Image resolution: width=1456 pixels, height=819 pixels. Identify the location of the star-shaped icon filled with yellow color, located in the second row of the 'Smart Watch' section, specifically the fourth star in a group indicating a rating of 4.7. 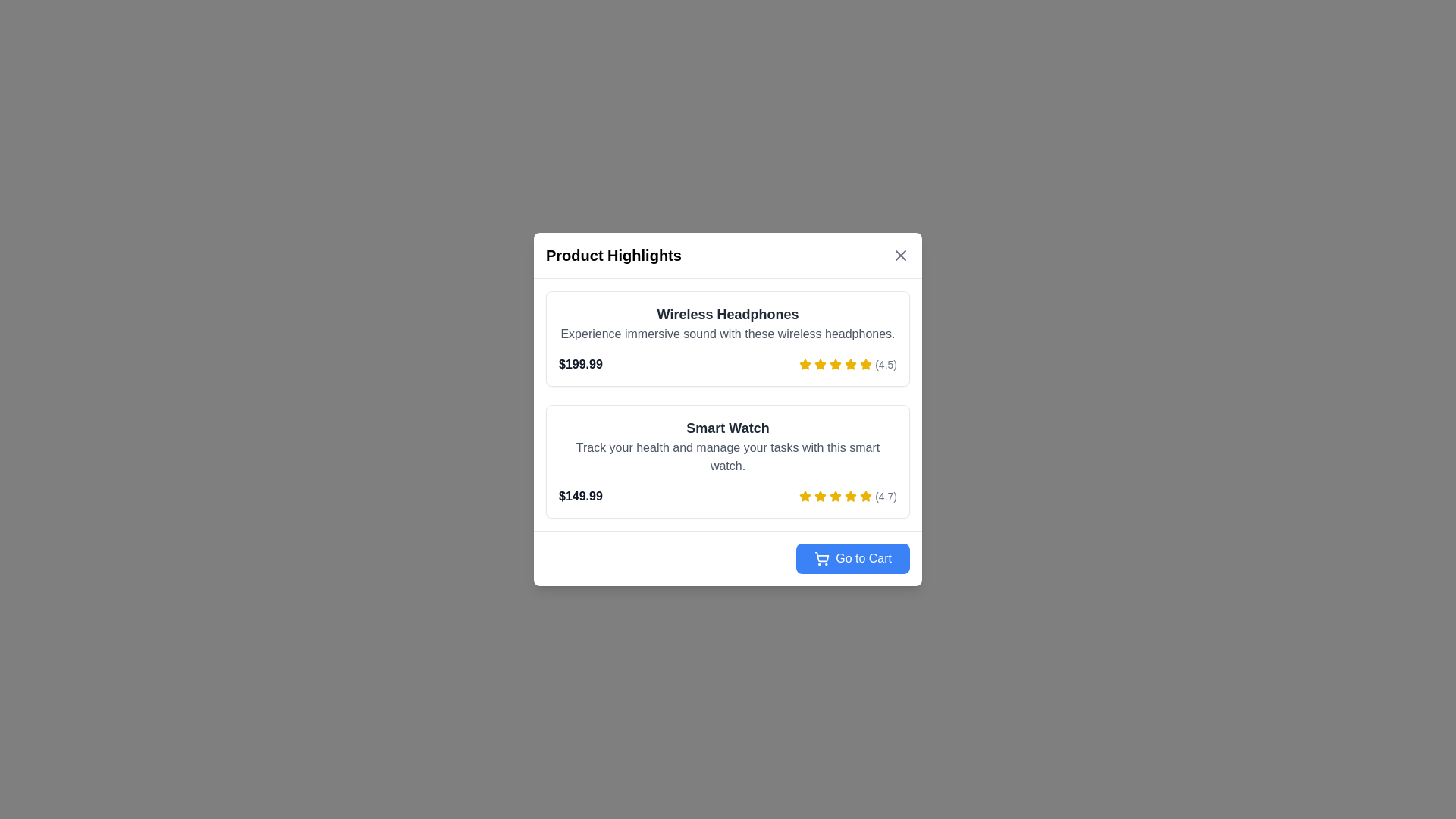
(835, 496).